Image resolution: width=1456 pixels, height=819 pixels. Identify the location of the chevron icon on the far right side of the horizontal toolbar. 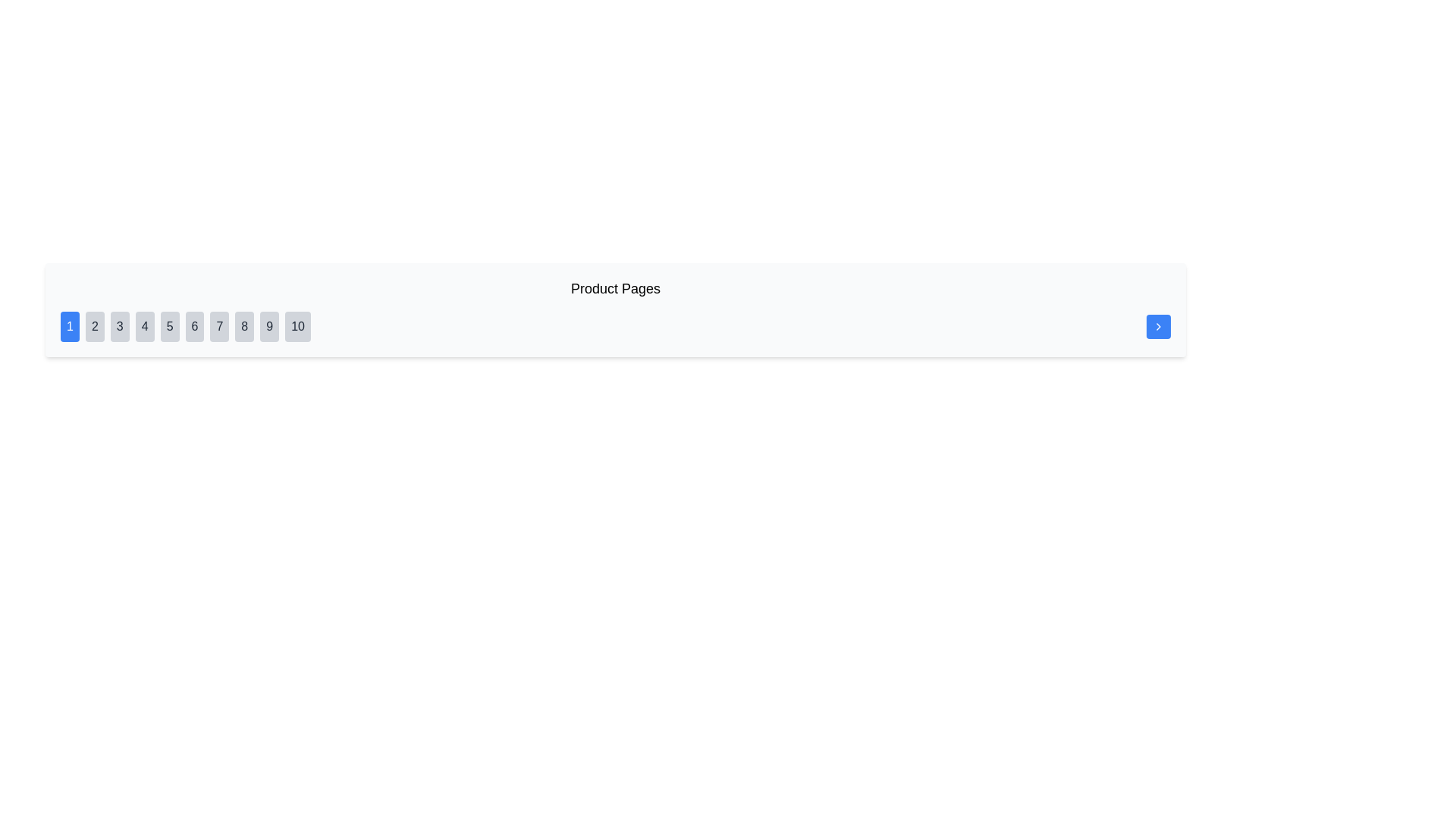
(1157, 326).